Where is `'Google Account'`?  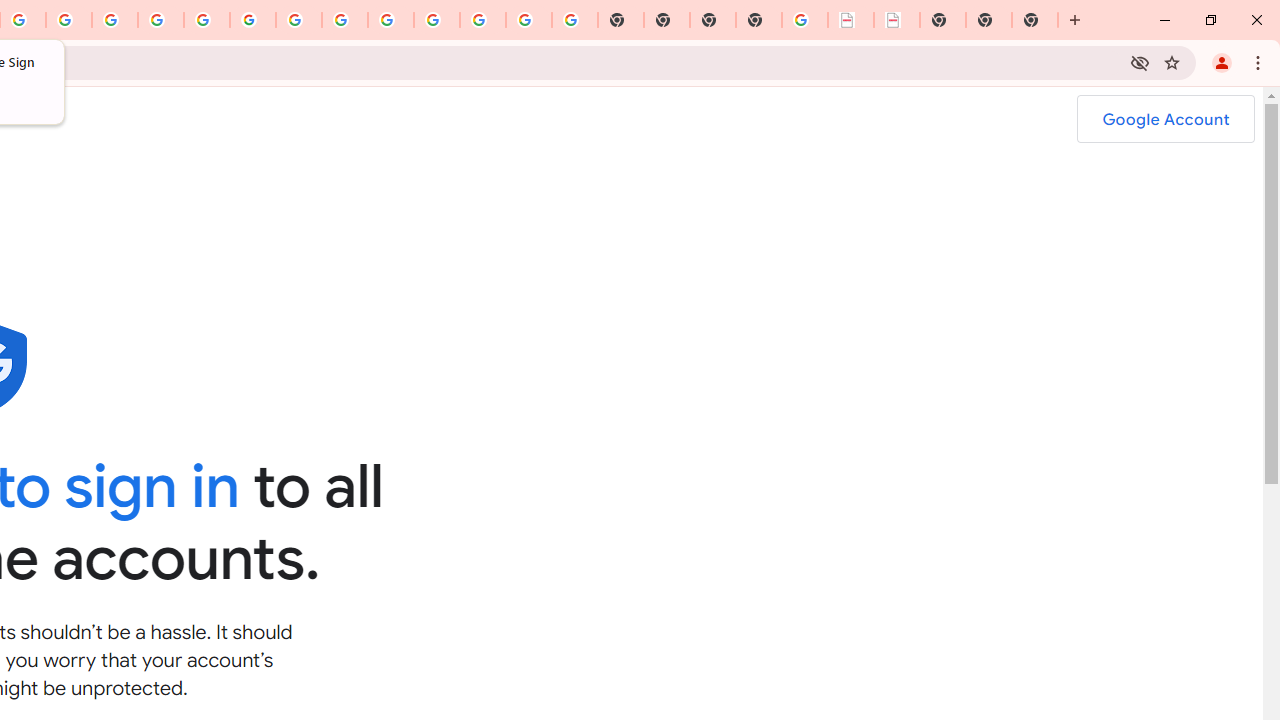 'Google Account' is located at coordinates (1165, 119).